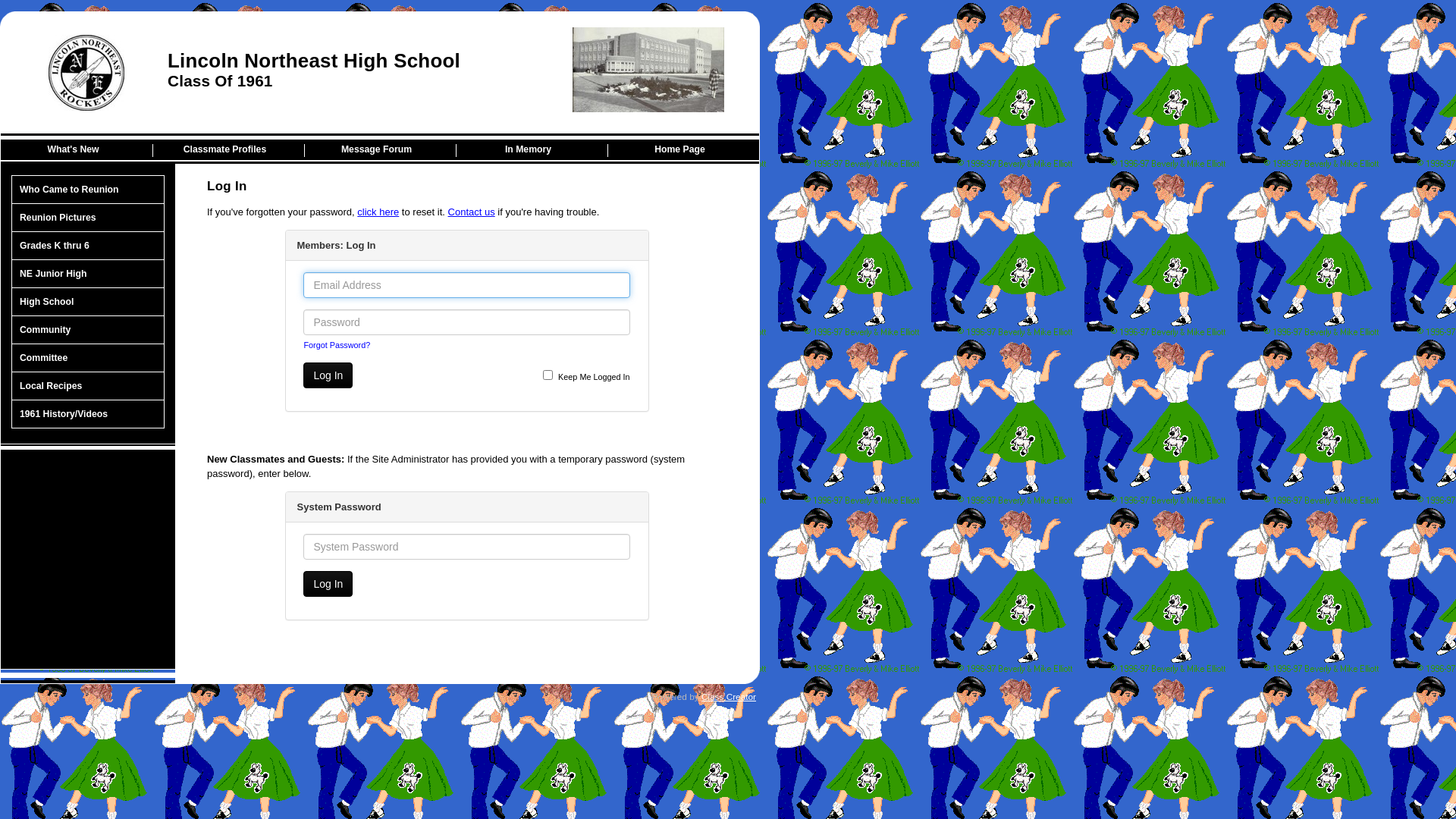  What do you see at coordinates (728, 696) in the screenshot?
I see `'Class Creator'` at bounding box center [728, 696].